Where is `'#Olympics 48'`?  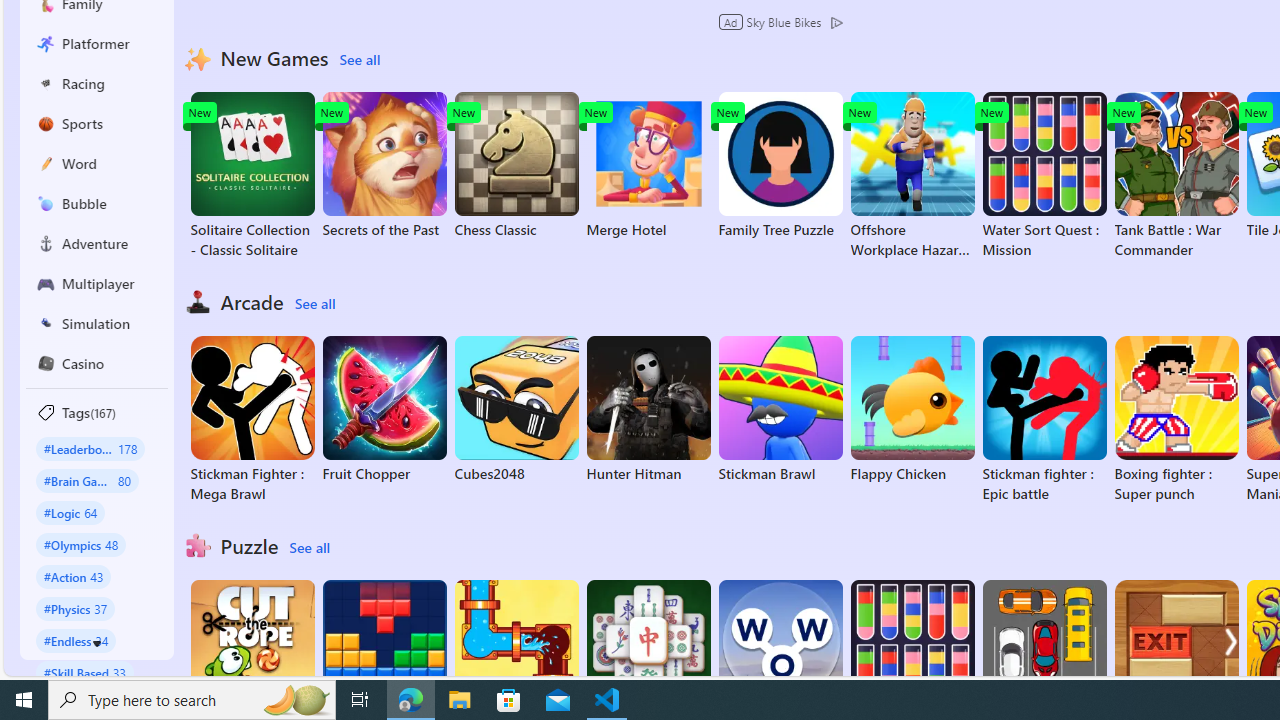
'#Olympics 48' is located at coordinates (80, 544).